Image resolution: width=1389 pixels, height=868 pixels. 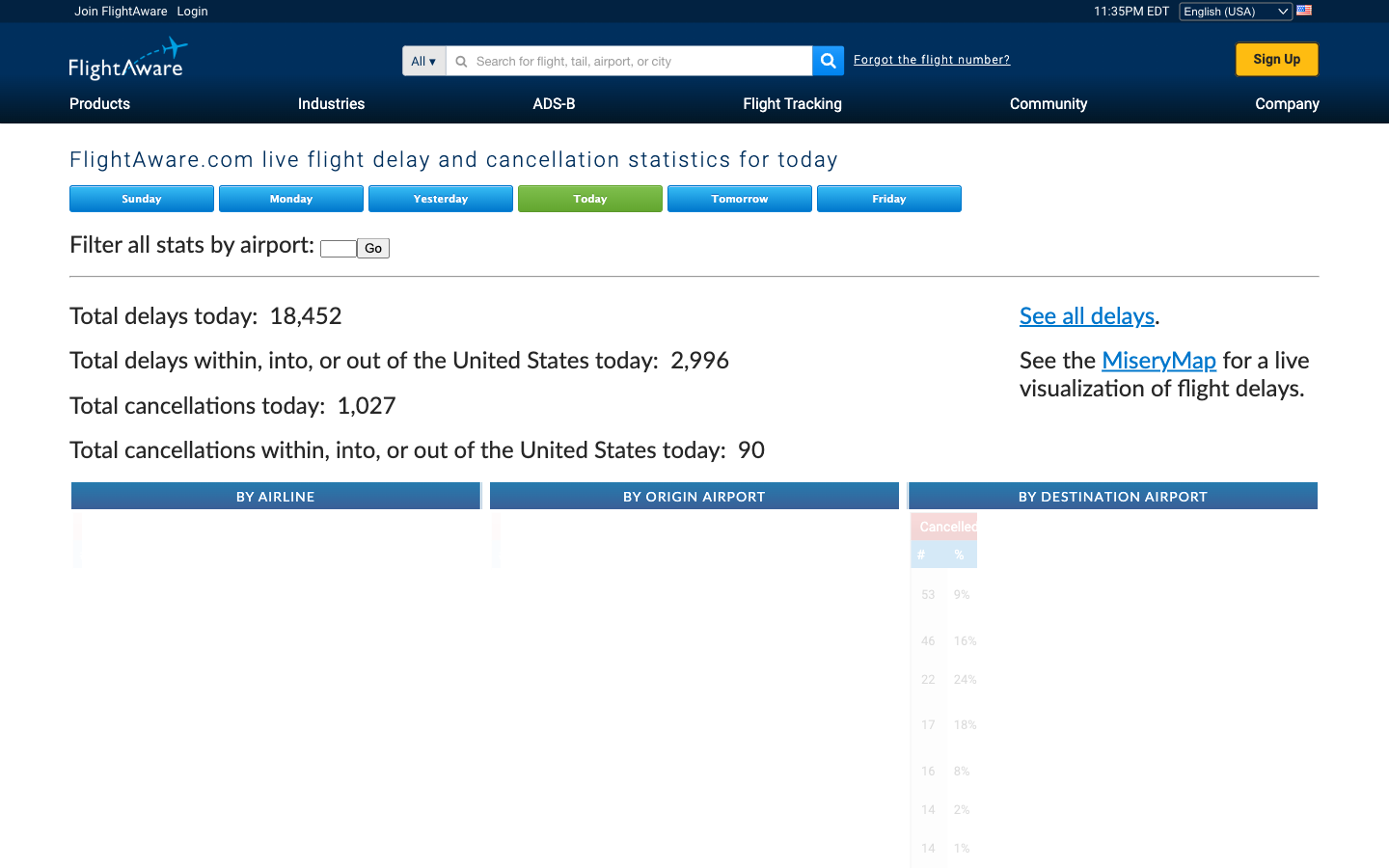 I want to click on the "forgot flight number" support, so click(x=931, y=59).